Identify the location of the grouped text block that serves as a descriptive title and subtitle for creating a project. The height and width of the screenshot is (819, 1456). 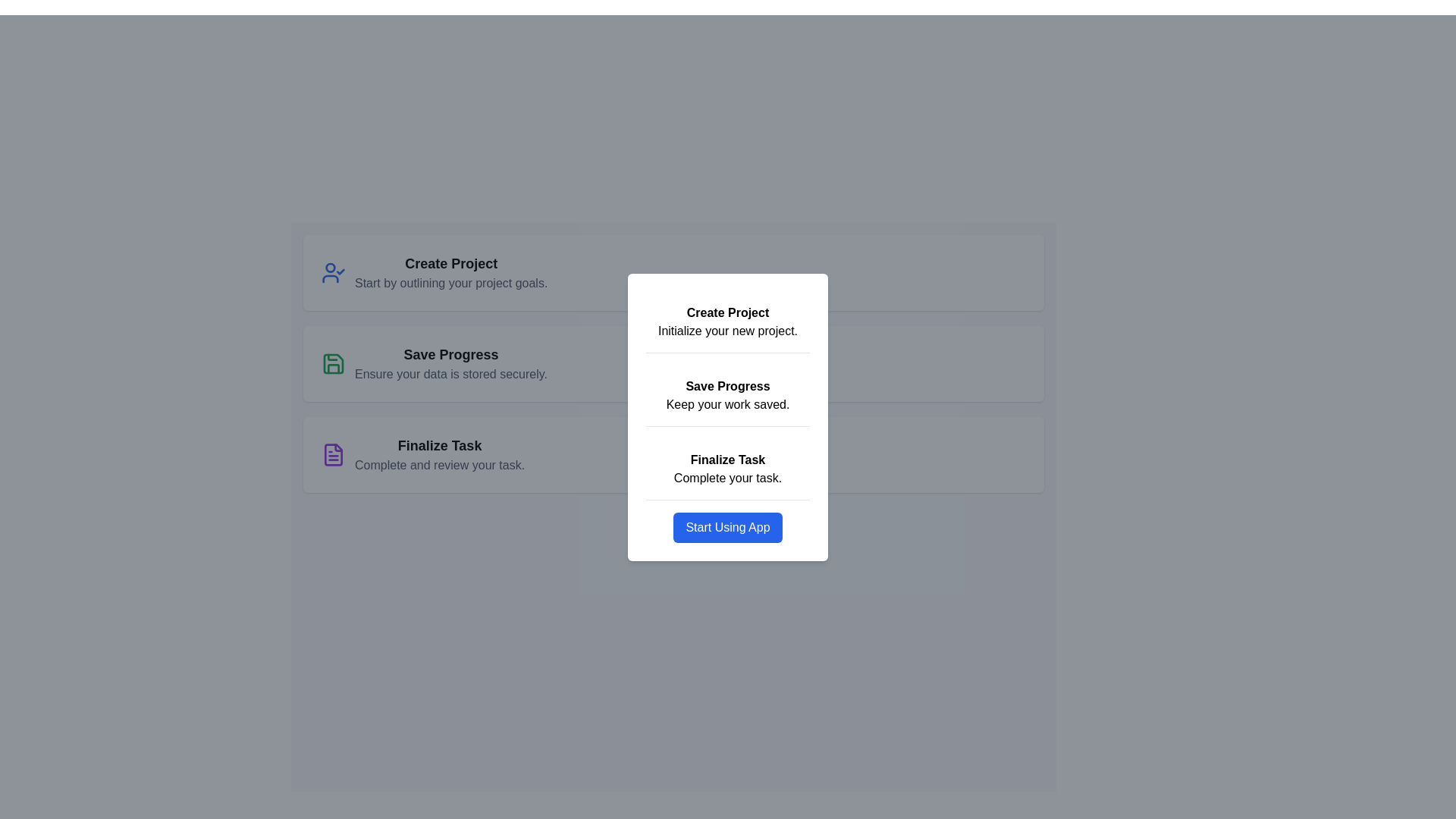
(450, 271).